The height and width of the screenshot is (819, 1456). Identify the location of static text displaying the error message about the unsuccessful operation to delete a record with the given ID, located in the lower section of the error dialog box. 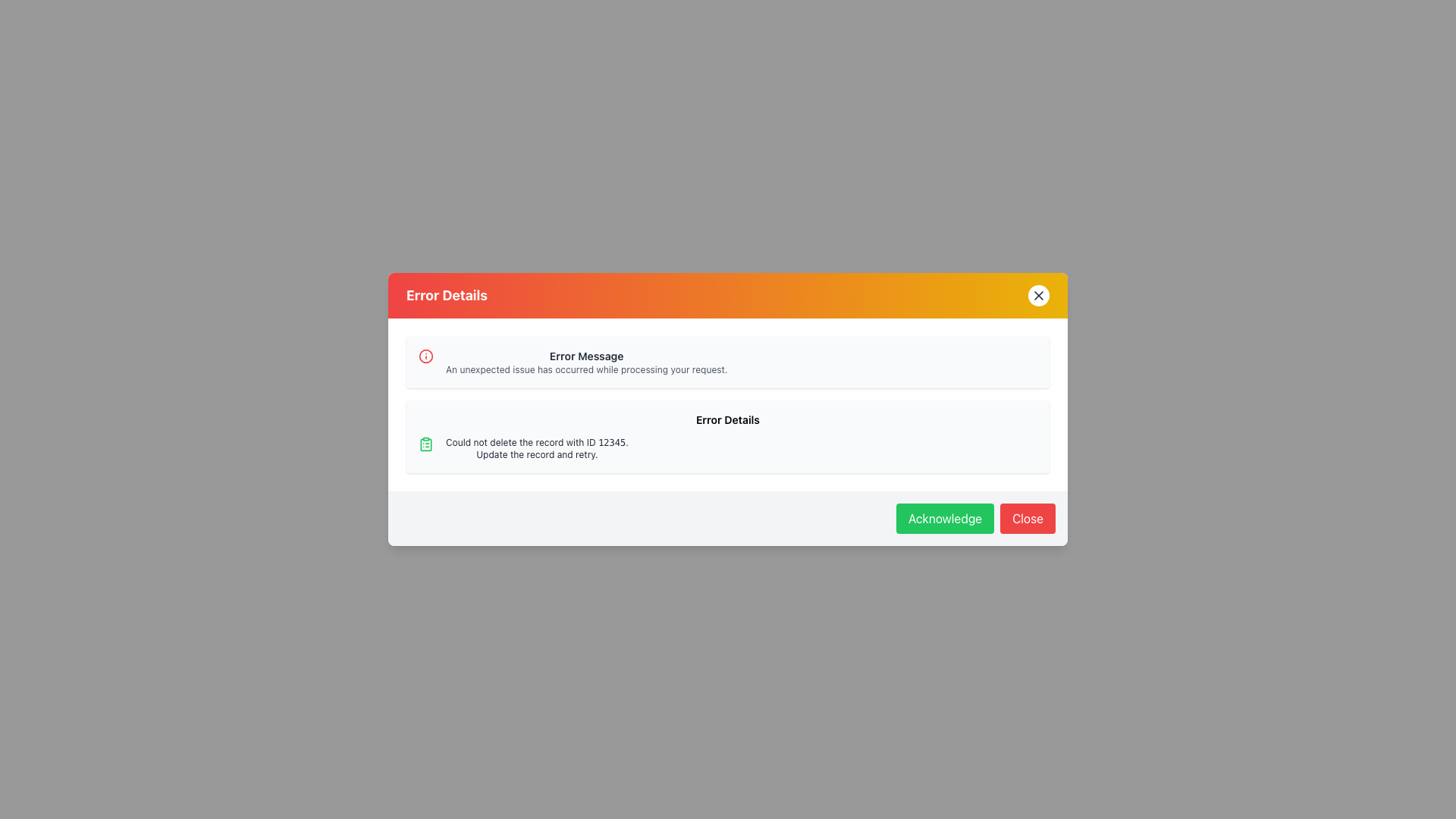
(537, 442).